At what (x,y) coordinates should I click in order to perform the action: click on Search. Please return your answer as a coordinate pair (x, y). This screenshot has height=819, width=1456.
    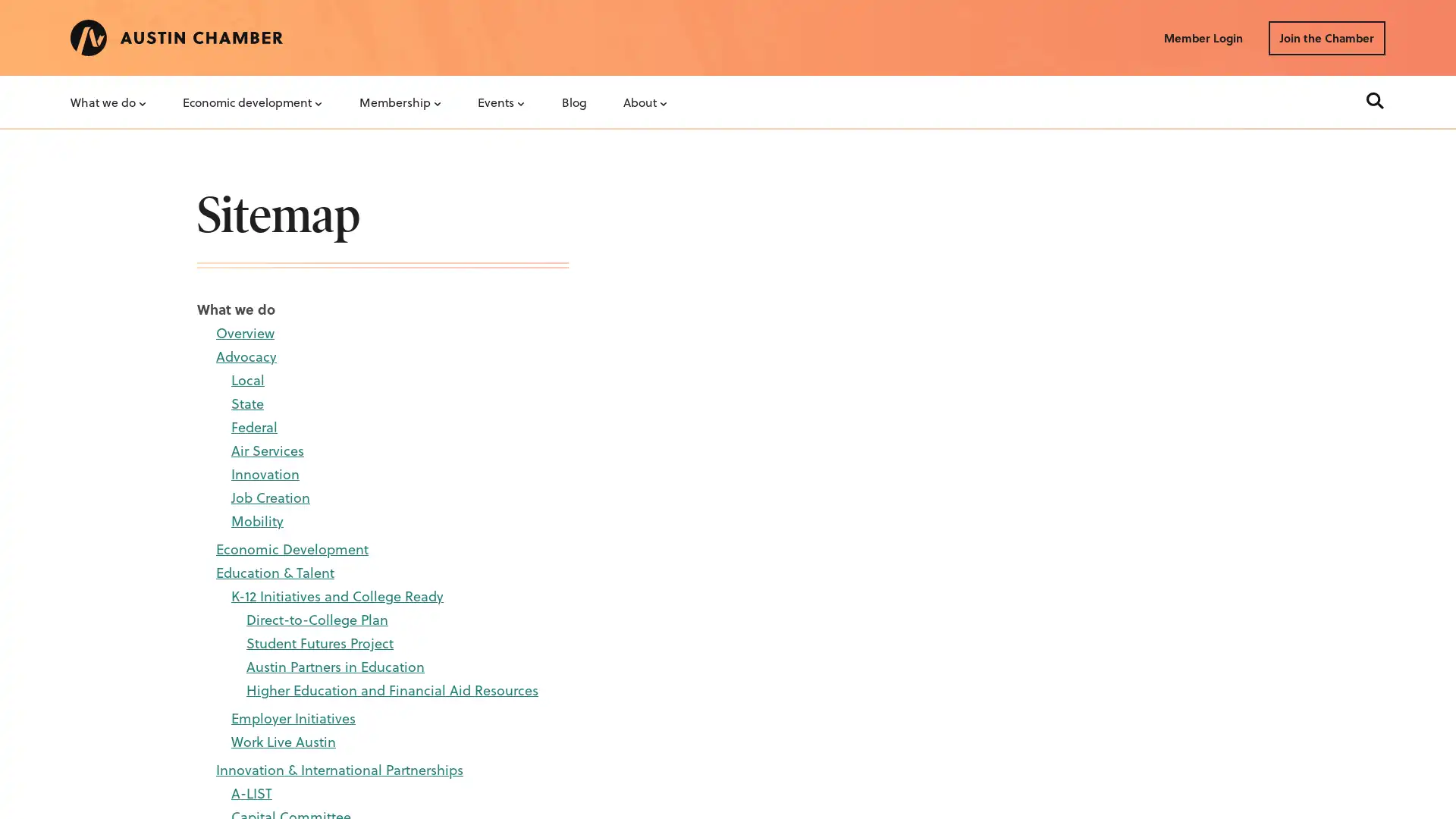
    Looking at the image, I should click on (1375, 102).